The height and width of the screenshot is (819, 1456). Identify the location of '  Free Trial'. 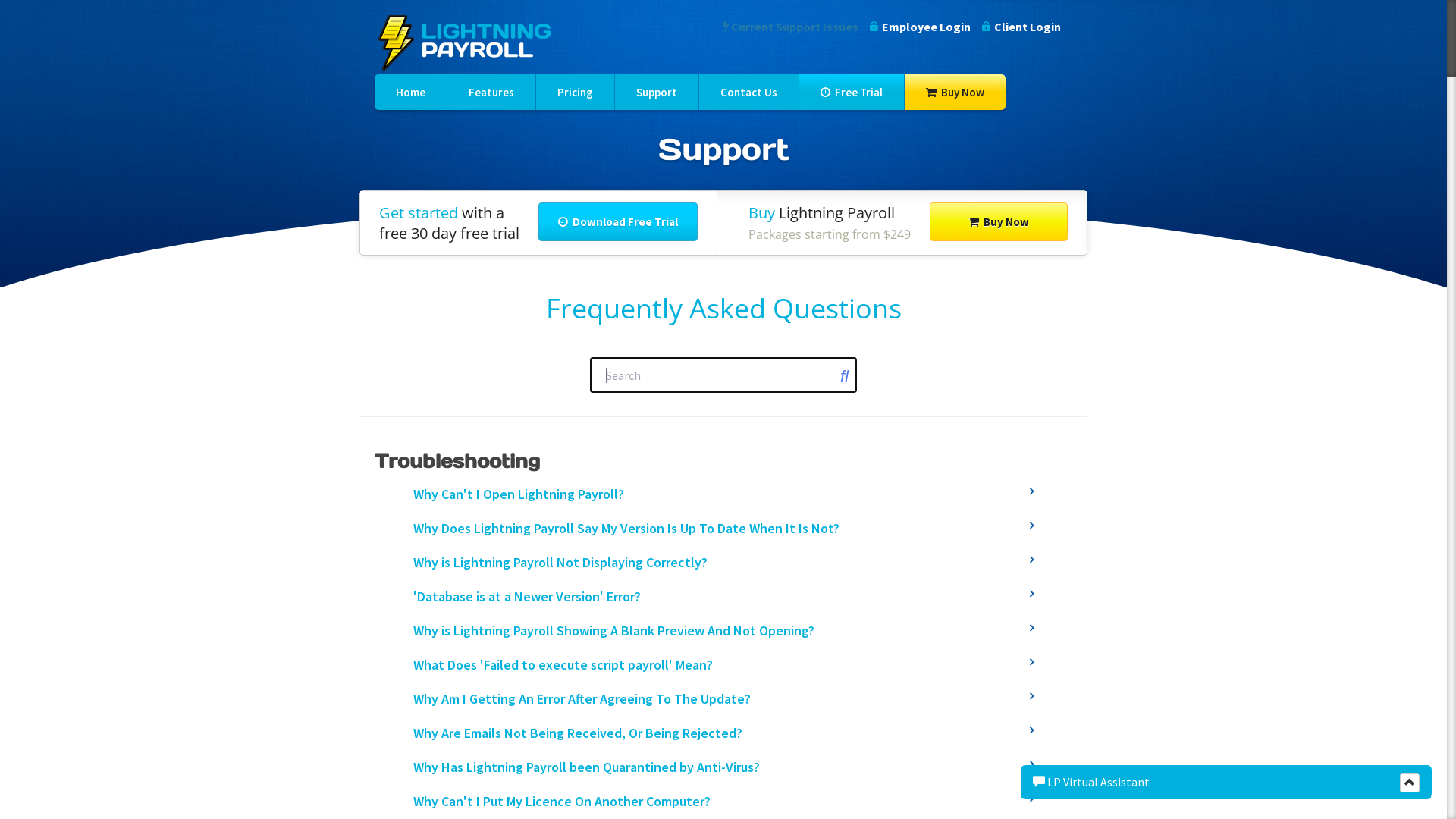
(852, 92).